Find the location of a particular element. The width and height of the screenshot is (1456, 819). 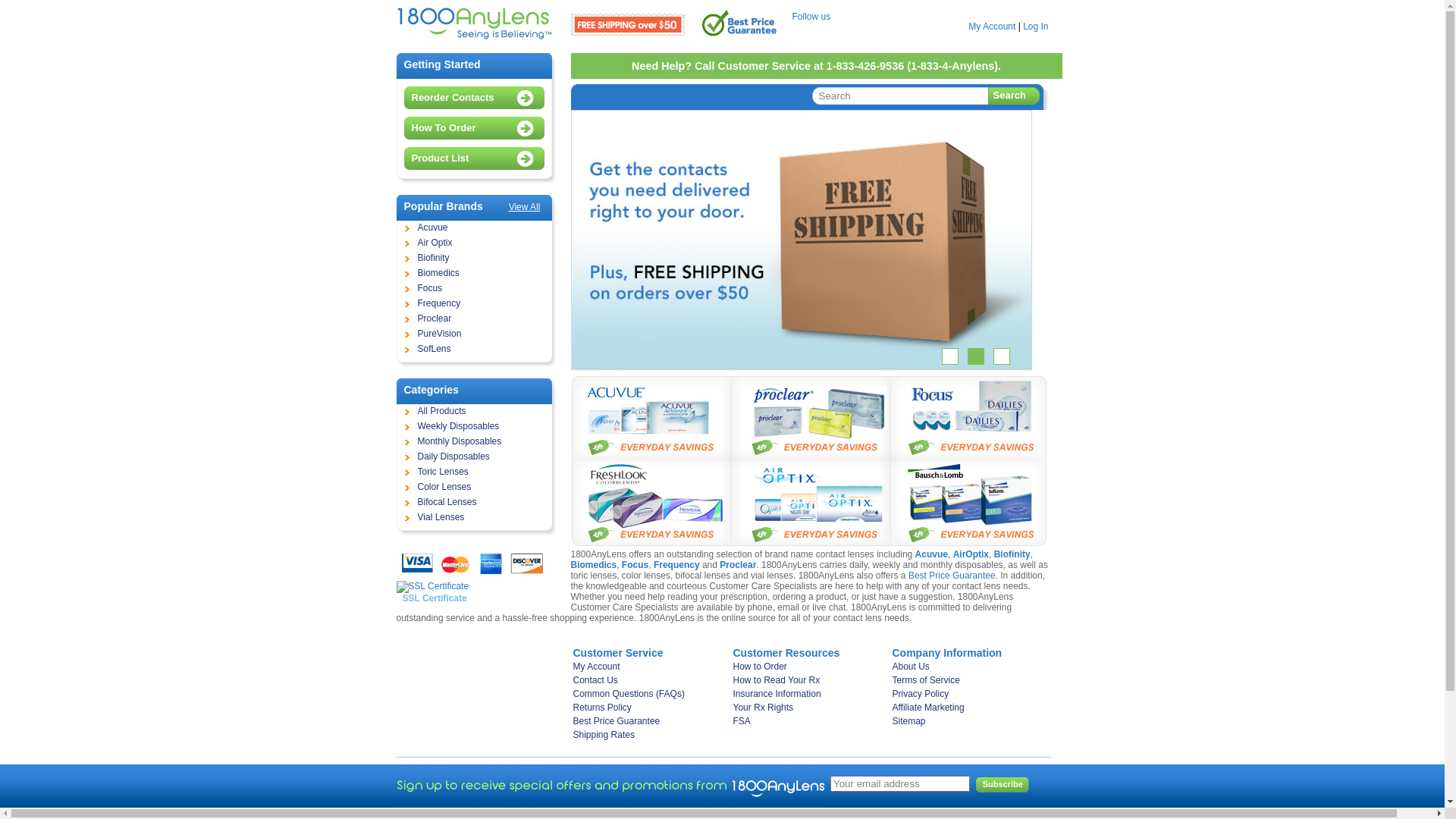

'Frequency' is located at coordinates (473, 304).